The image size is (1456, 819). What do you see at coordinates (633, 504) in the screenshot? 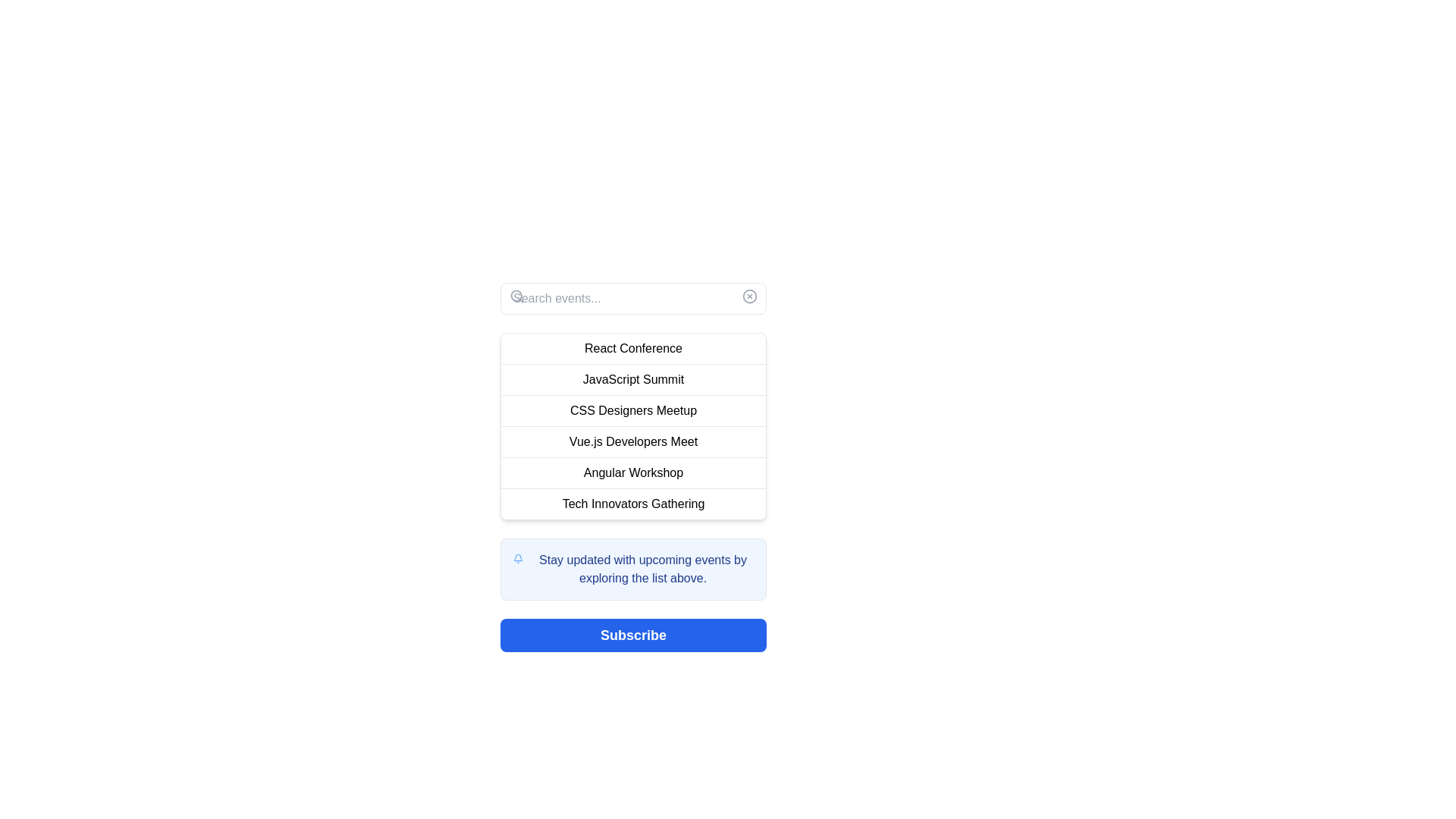
I see `the text label displaying 'Tech Innovators Gathering', which is the sixth item in a vertical list, indicating its interactivity with a hover effect that changes the background to light gray` at bounding box center [633, 504].